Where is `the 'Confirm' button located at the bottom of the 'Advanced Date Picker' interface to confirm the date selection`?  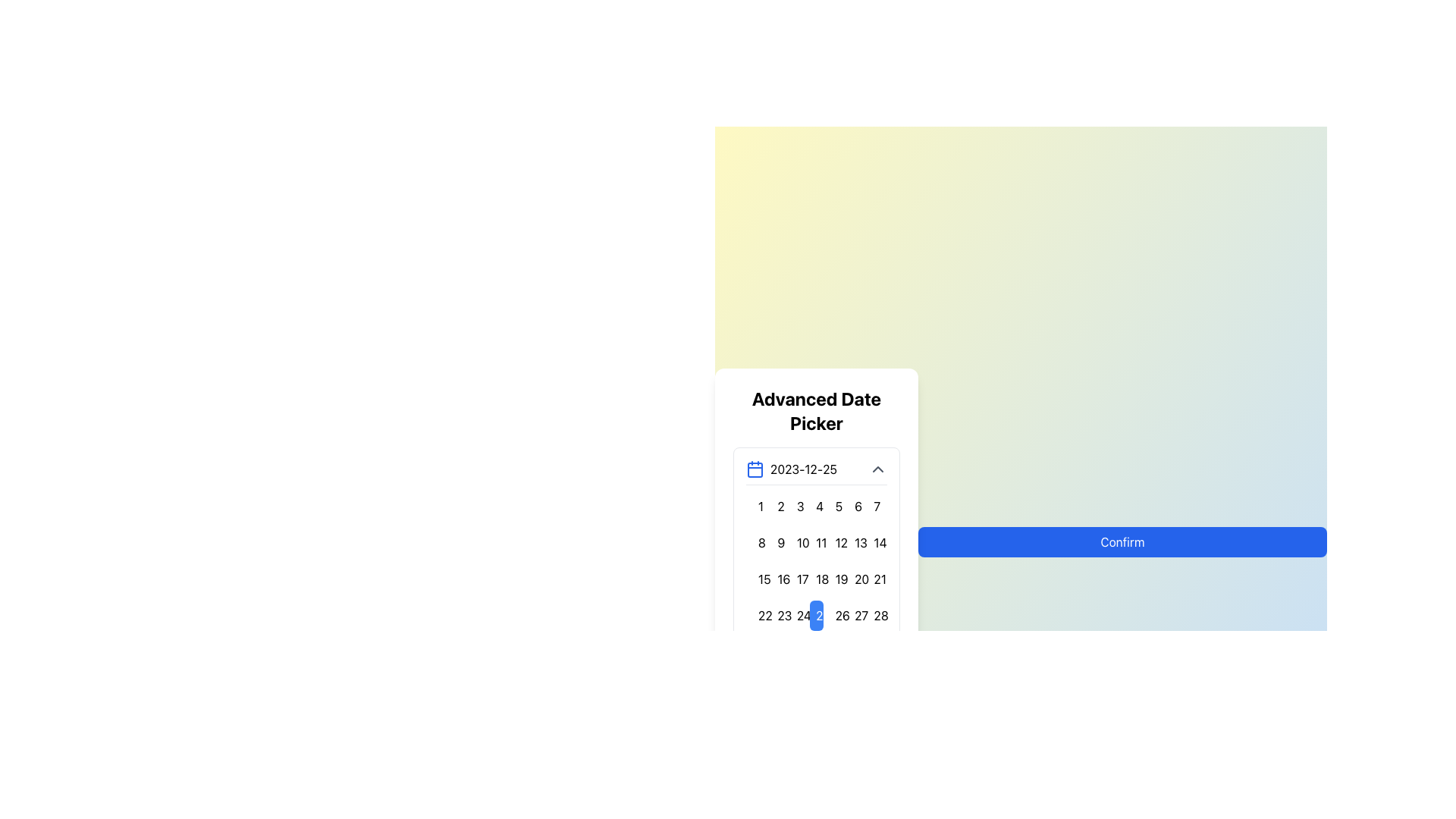 the 'Confirm' button located at the bottom of the 'Advanced Date Picker' interface to confirm the date selection is located at coordinates (1122, 541).